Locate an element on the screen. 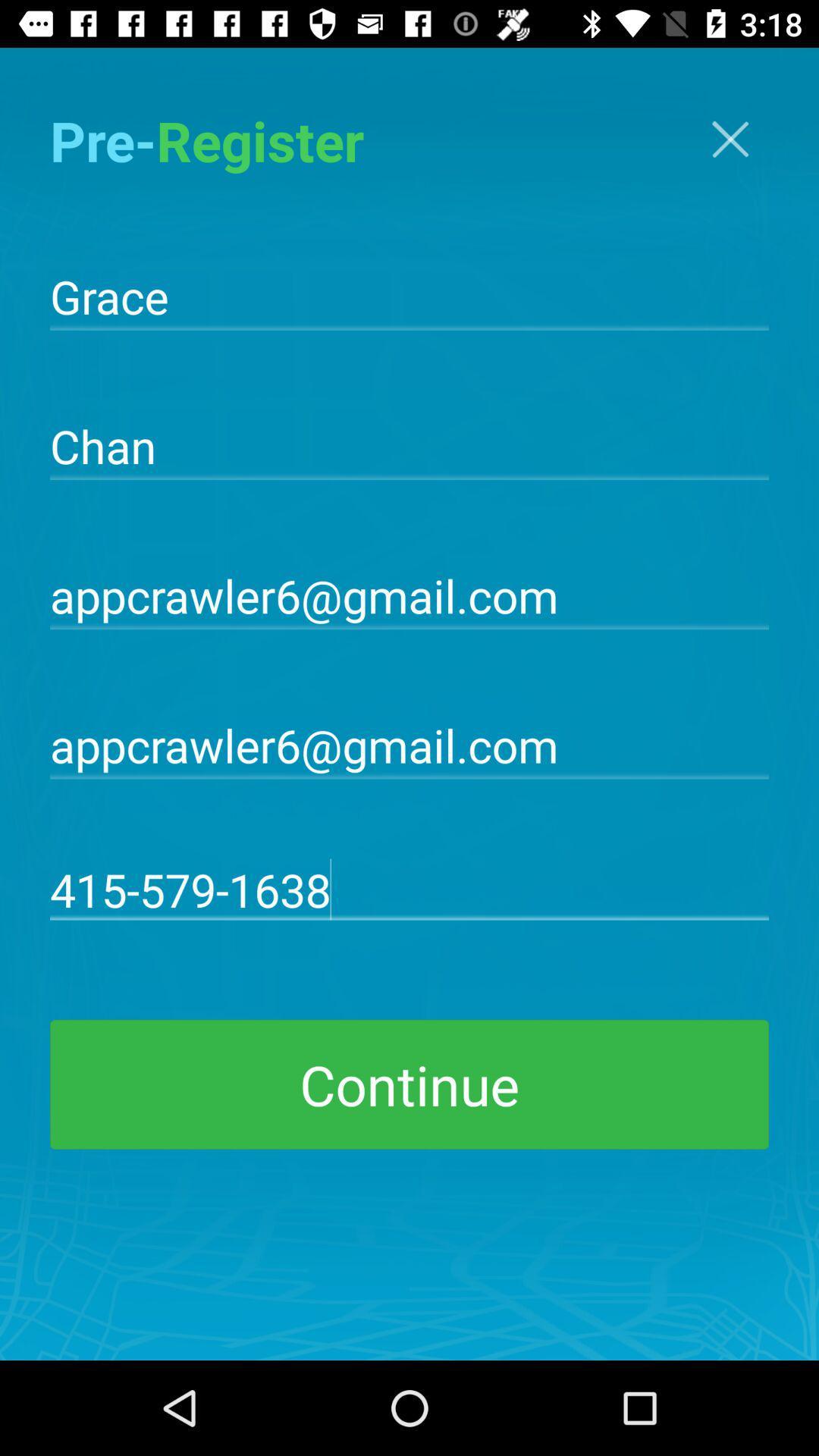  the icon at the top right corner is located at coordinates (730, 139).